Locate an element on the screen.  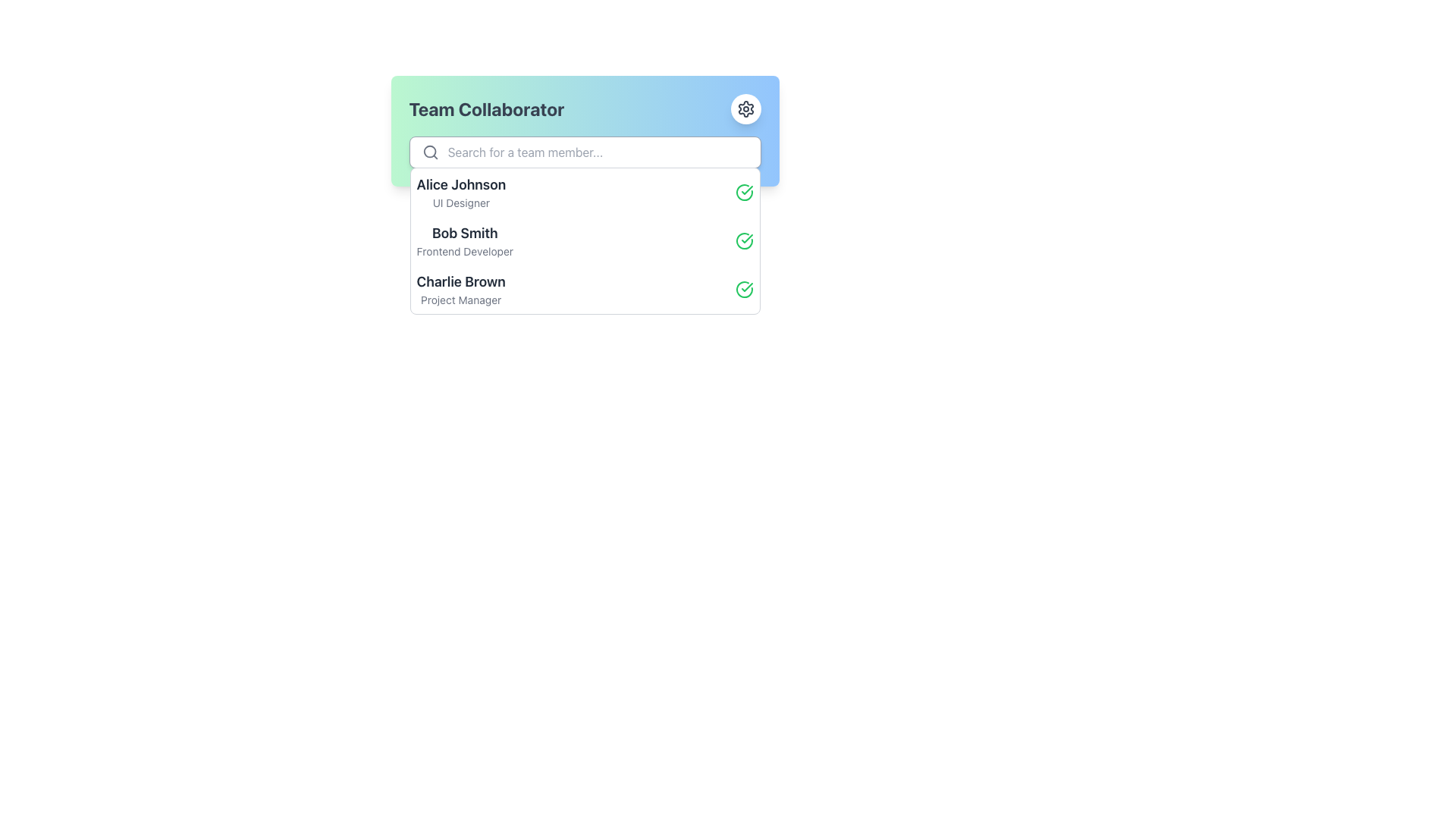
the text input field located below the 'Team Collaborator' header to focus on it for typing a search for a specific team member is located at coordinates (584, 152).